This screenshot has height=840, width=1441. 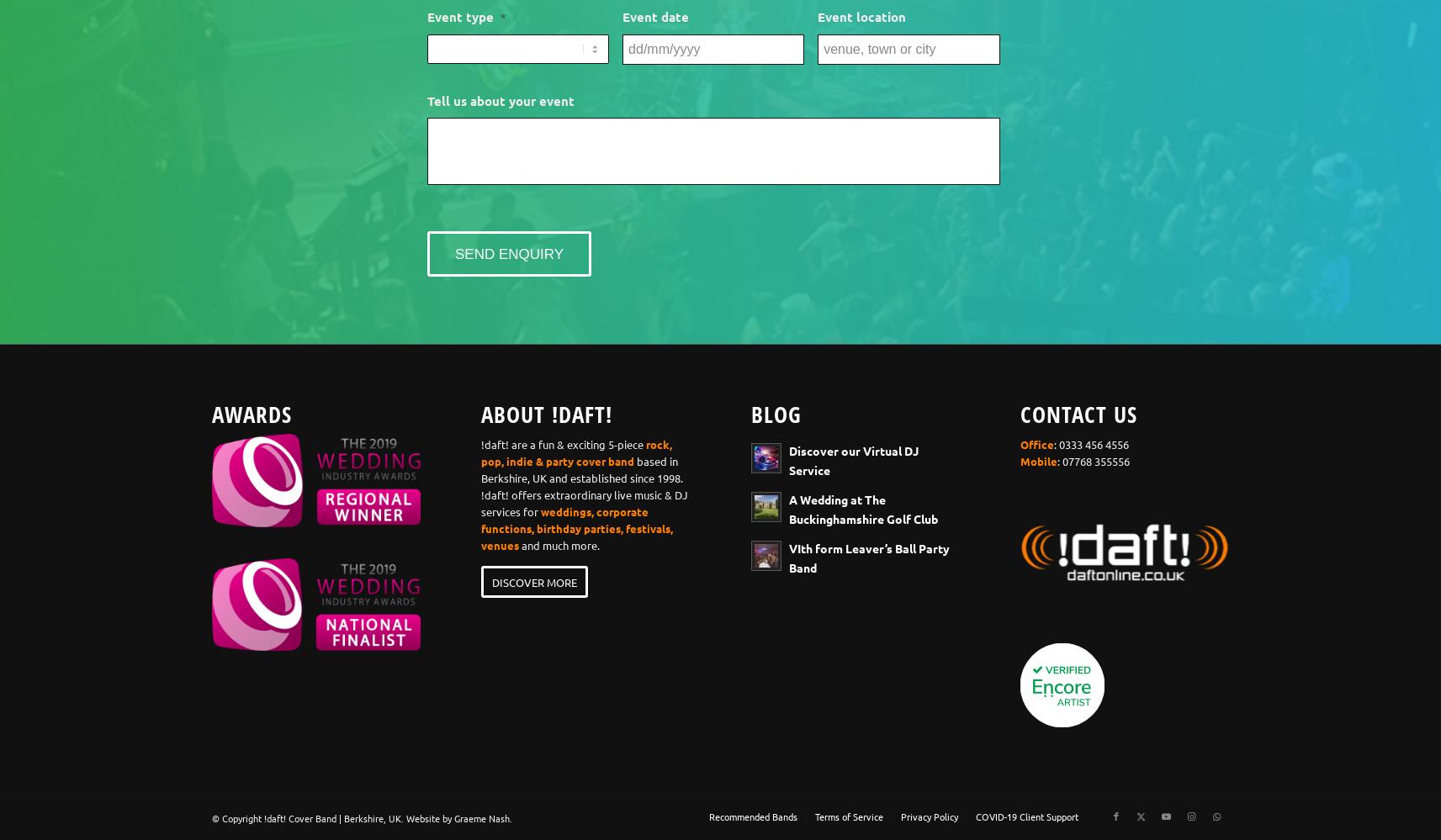 What do you see at coordinates (775, 414) in the screenshot?
I see `'BLOG'` at bounding box center [775, 414].